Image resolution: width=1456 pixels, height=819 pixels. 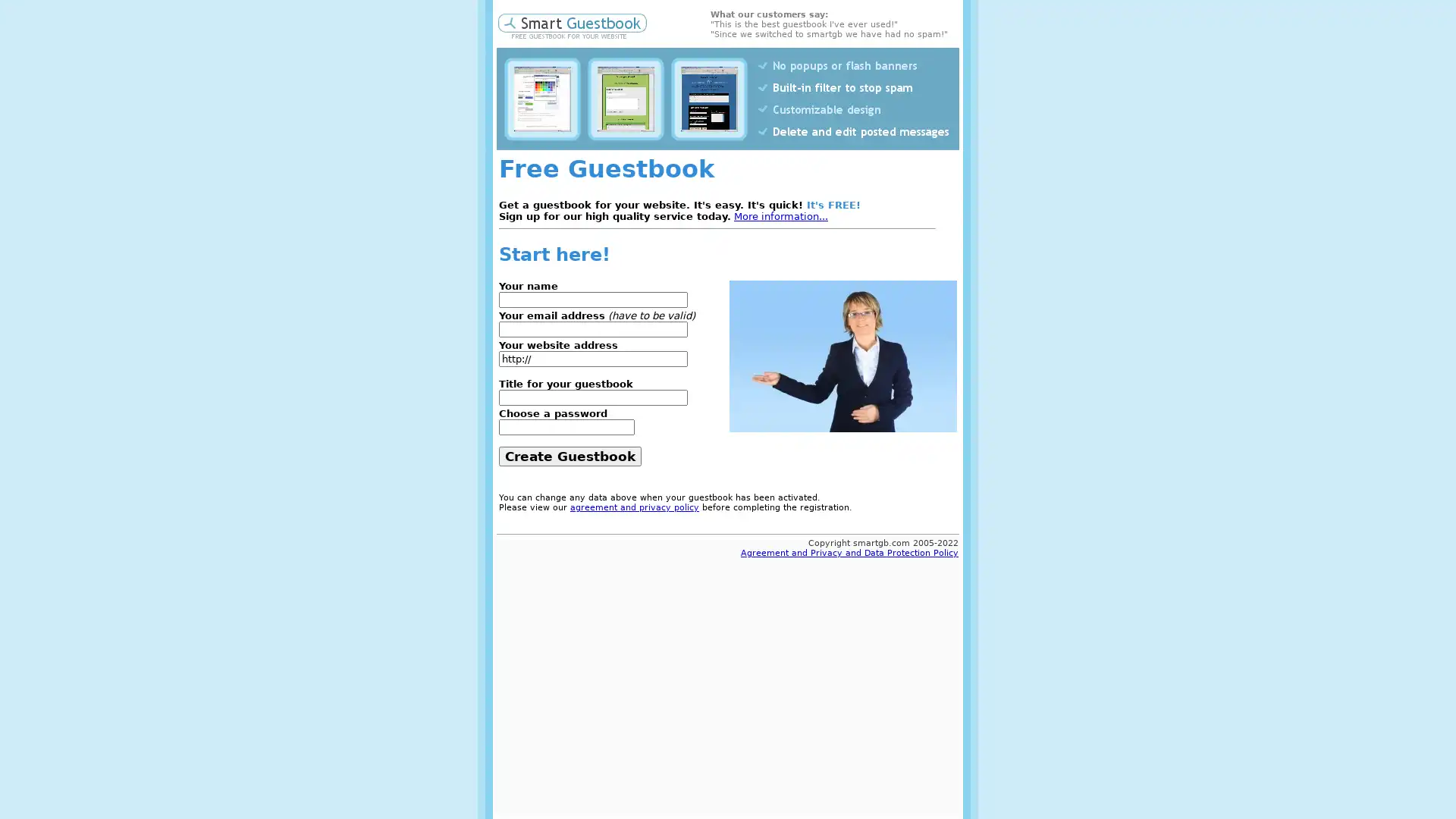 What do you see at coordinates (570, 455) in the screenshot?
I see `Create Guestbook` at bounding box center [570, 455].